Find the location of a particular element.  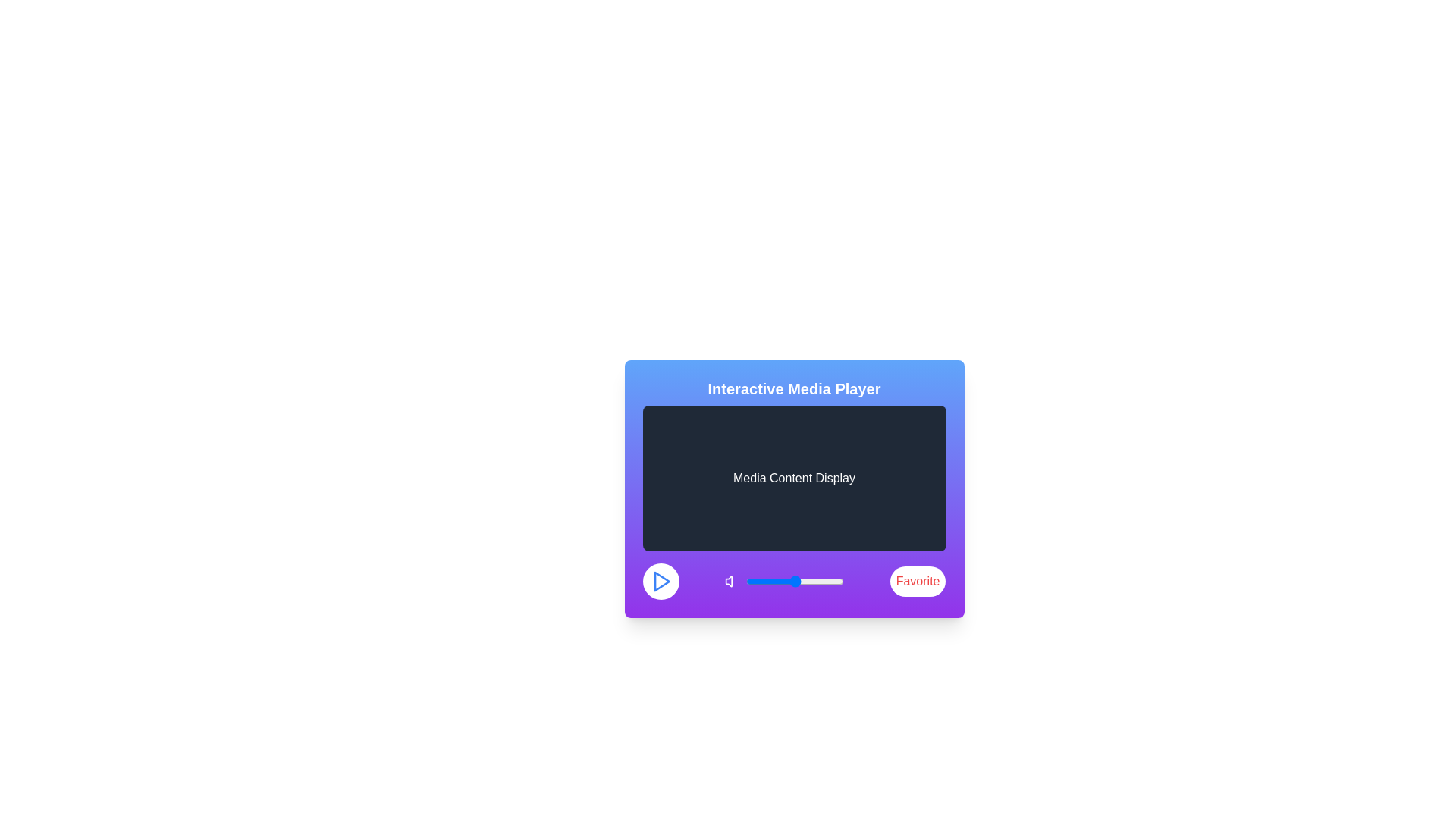

the slider is located at coordinates (779, 581).